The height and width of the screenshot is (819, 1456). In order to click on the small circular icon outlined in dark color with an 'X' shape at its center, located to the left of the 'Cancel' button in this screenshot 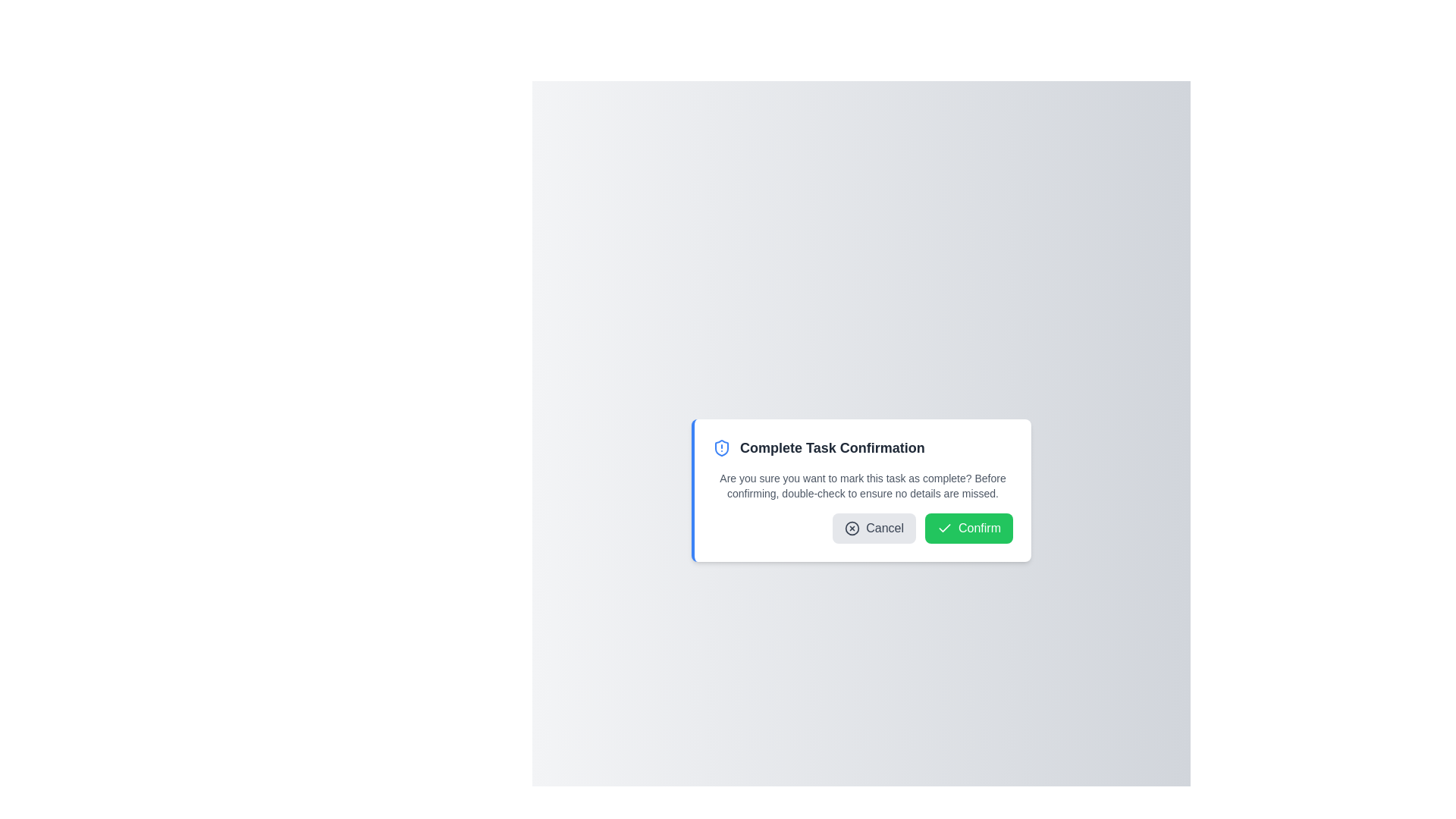, I will do `click(852, 528)`.